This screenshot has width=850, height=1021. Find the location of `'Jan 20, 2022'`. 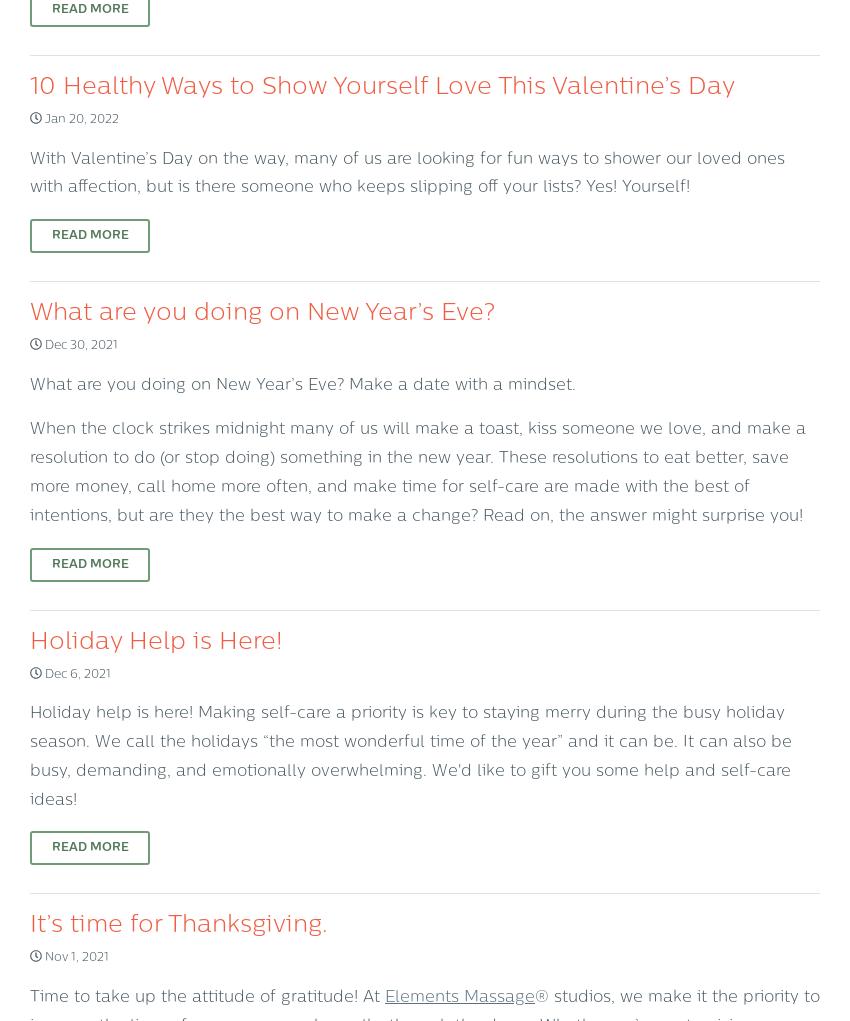

'Jan 20, 2022' is located at coordinates (40, 119).